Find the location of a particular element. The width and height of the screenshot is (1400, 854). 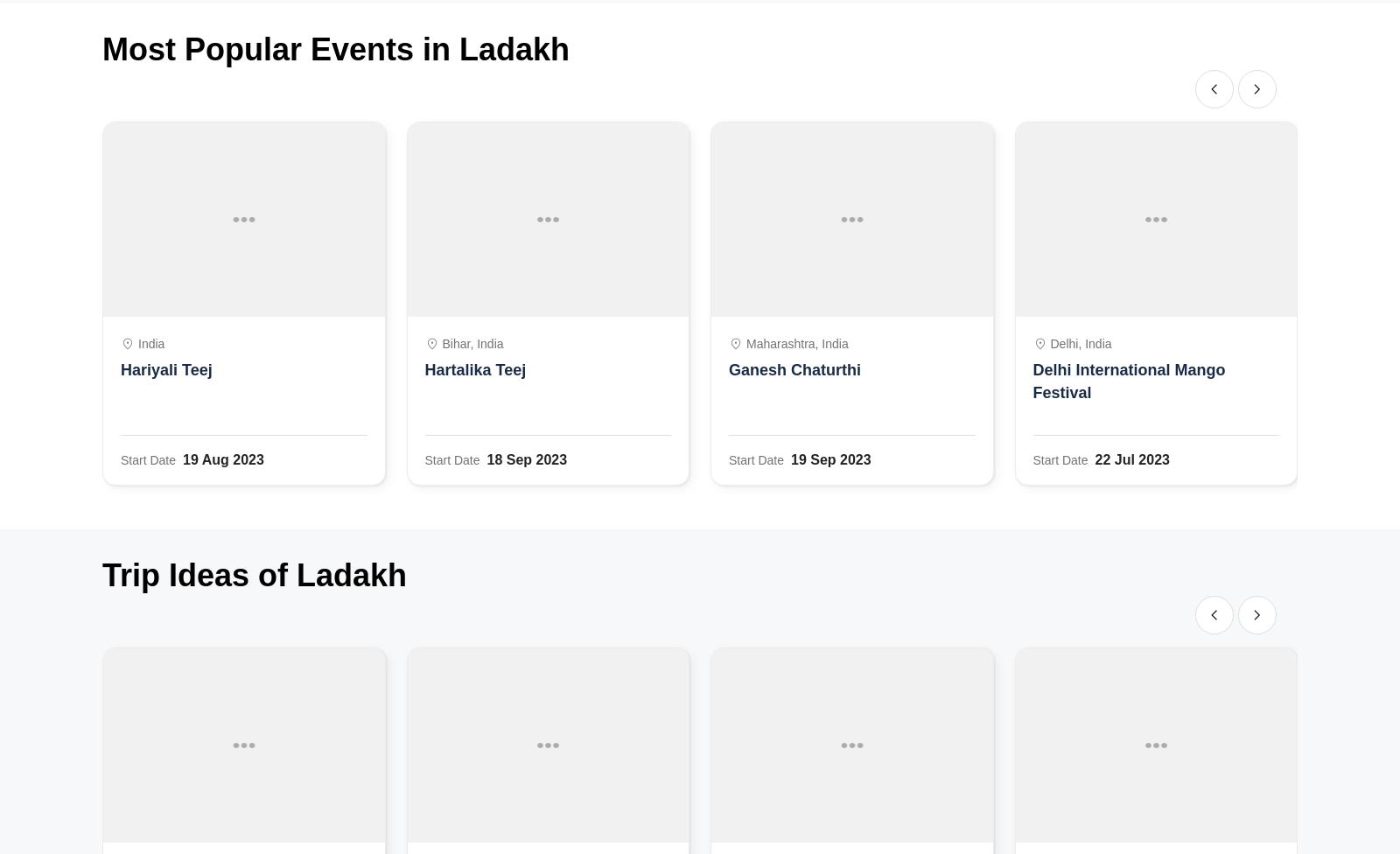

'Bihar,  India' is located at coordinates (472, 343).